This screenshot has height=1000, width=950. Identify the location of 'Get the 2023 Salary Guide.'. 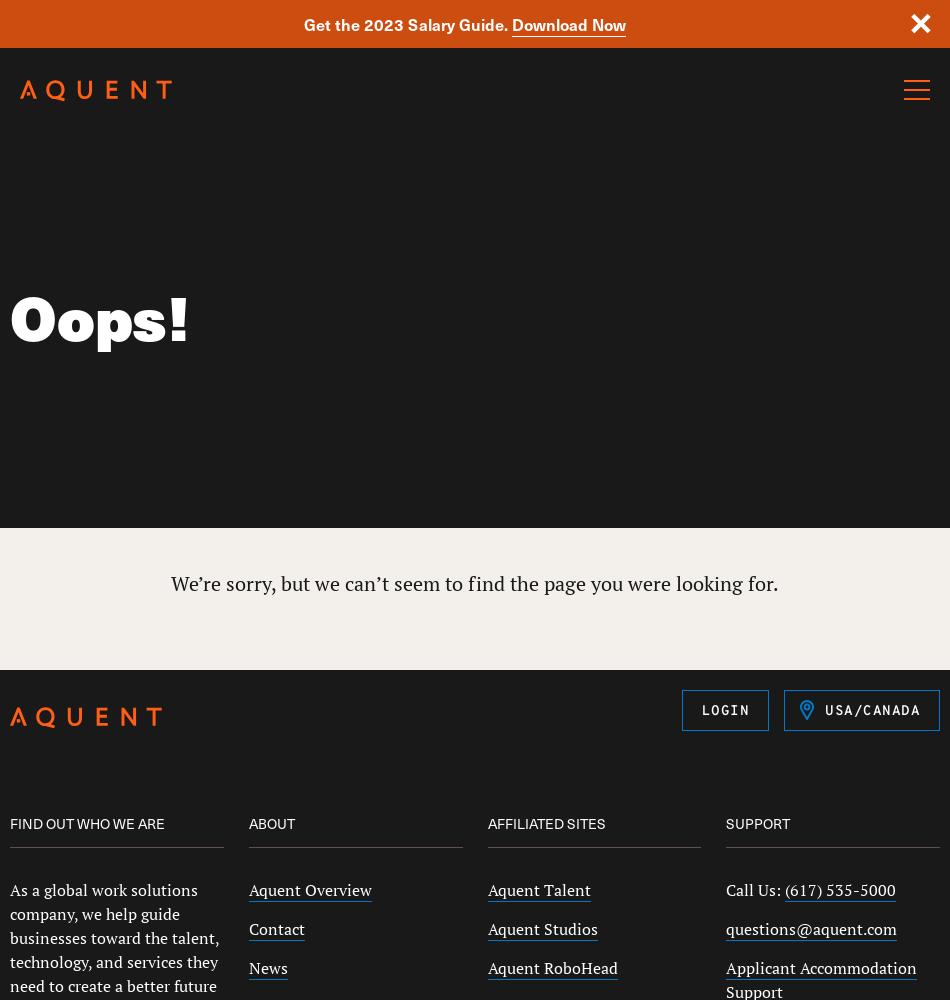
(303, 24).